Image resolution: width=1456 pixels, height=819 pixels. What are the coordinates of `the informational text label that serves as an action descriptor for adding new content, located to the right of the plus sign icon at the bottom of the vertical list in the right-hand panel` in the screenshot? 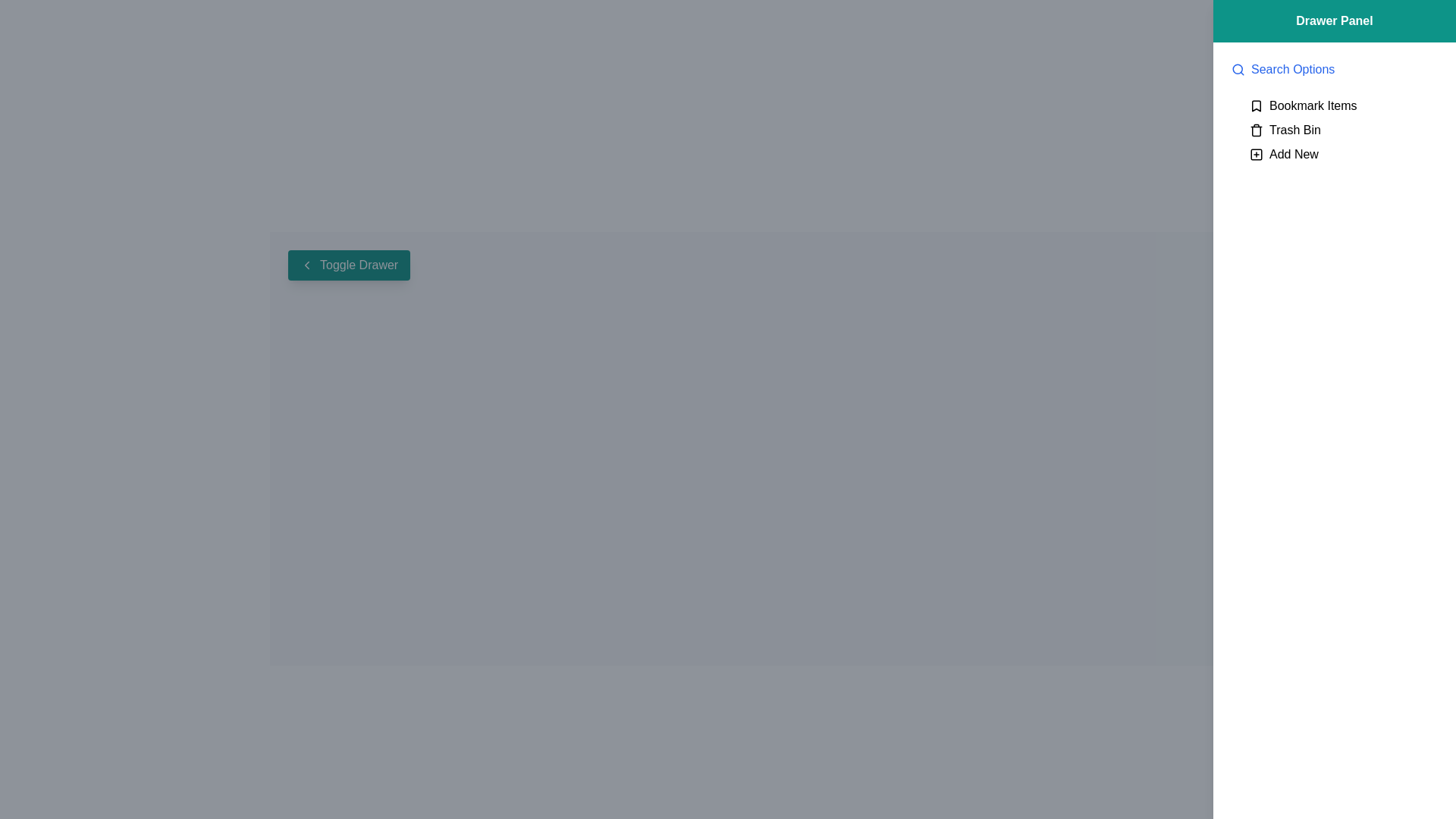 It's located at (1293, 155).